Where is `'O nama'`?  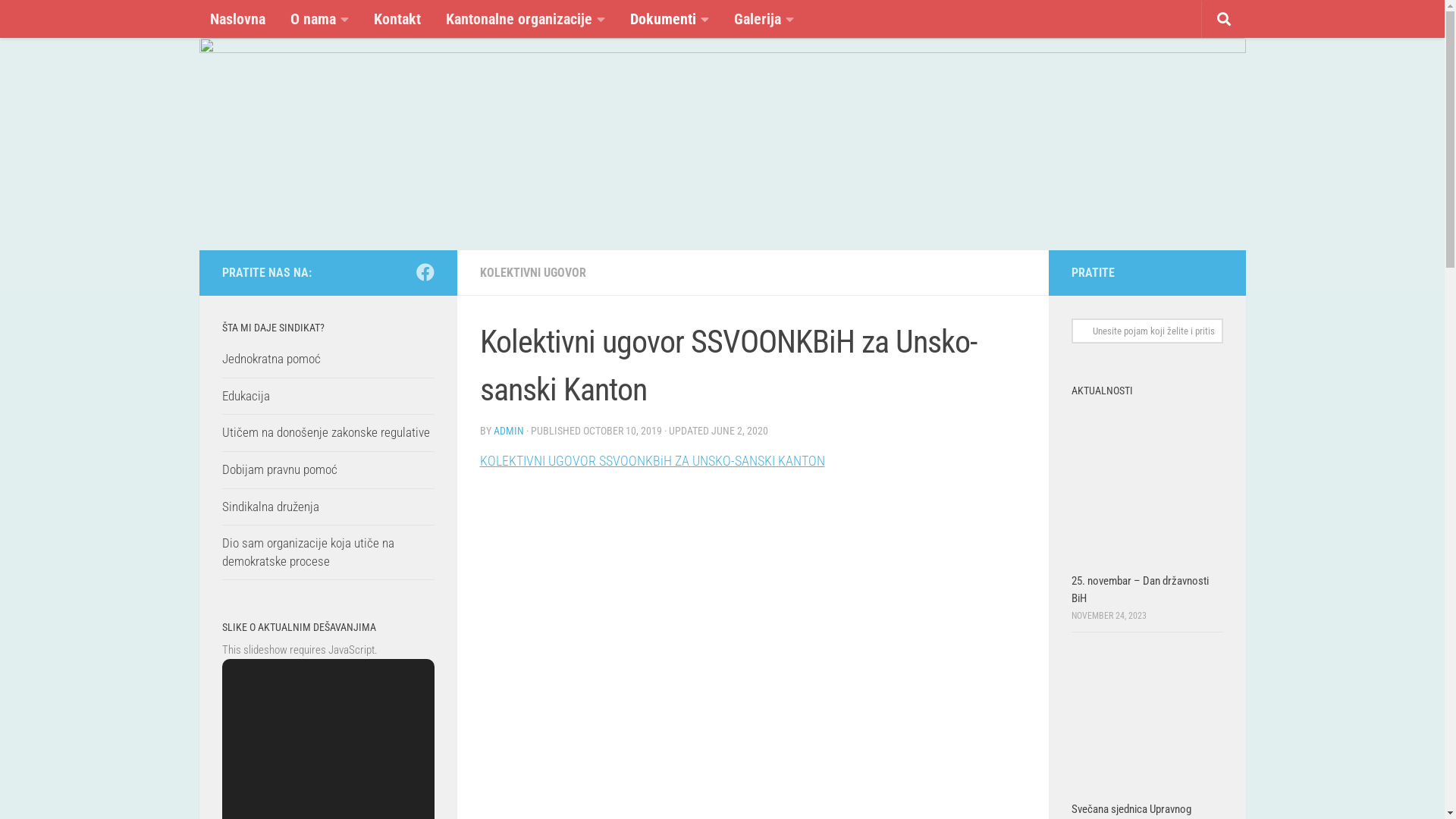 'O nama' is located at coordinates (318, 19).